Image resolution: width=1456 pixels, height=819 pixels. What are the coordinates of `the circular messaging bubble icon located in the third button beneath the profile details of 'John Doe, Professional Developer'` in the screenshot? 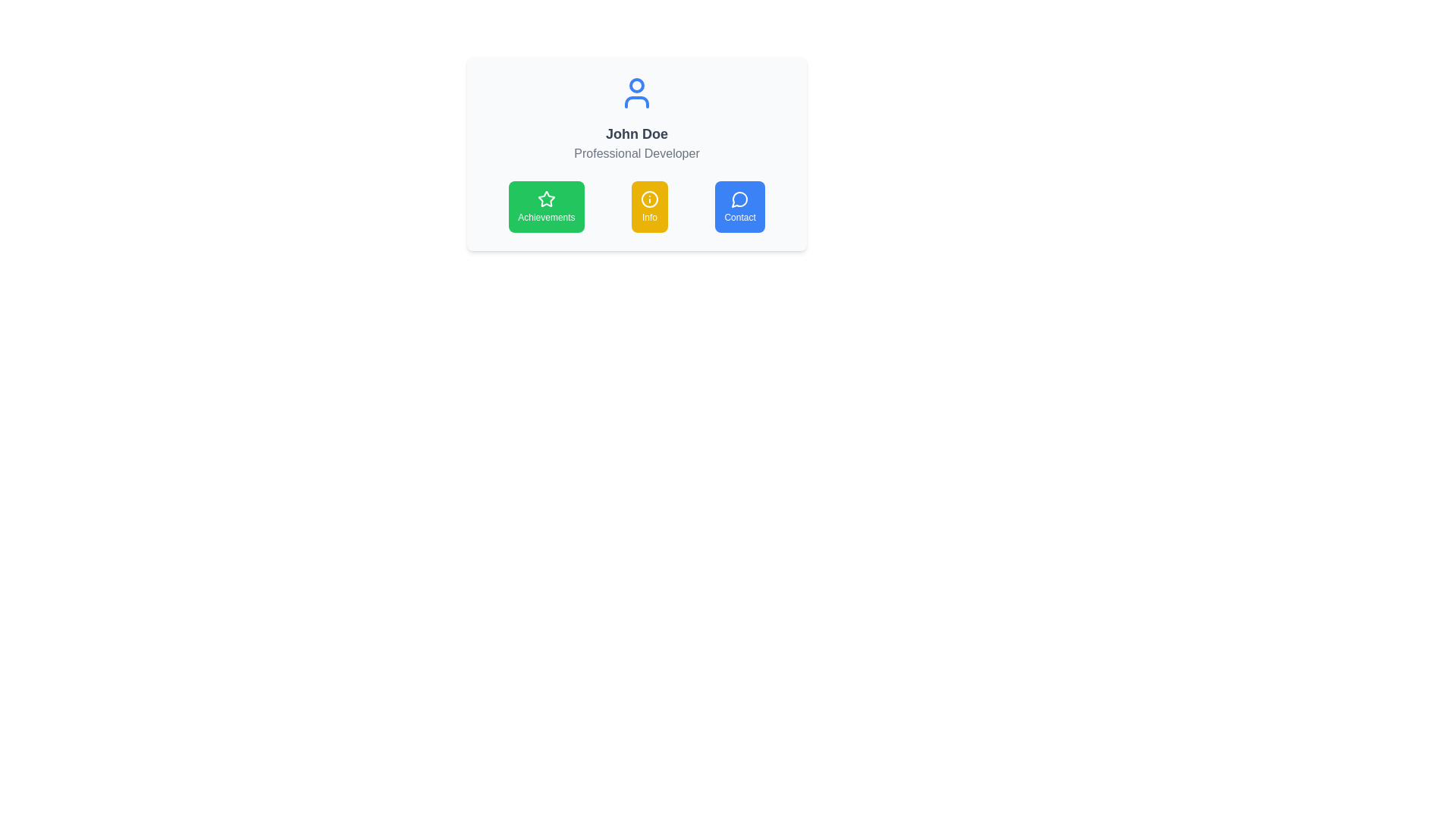 It's located at (739, 199).